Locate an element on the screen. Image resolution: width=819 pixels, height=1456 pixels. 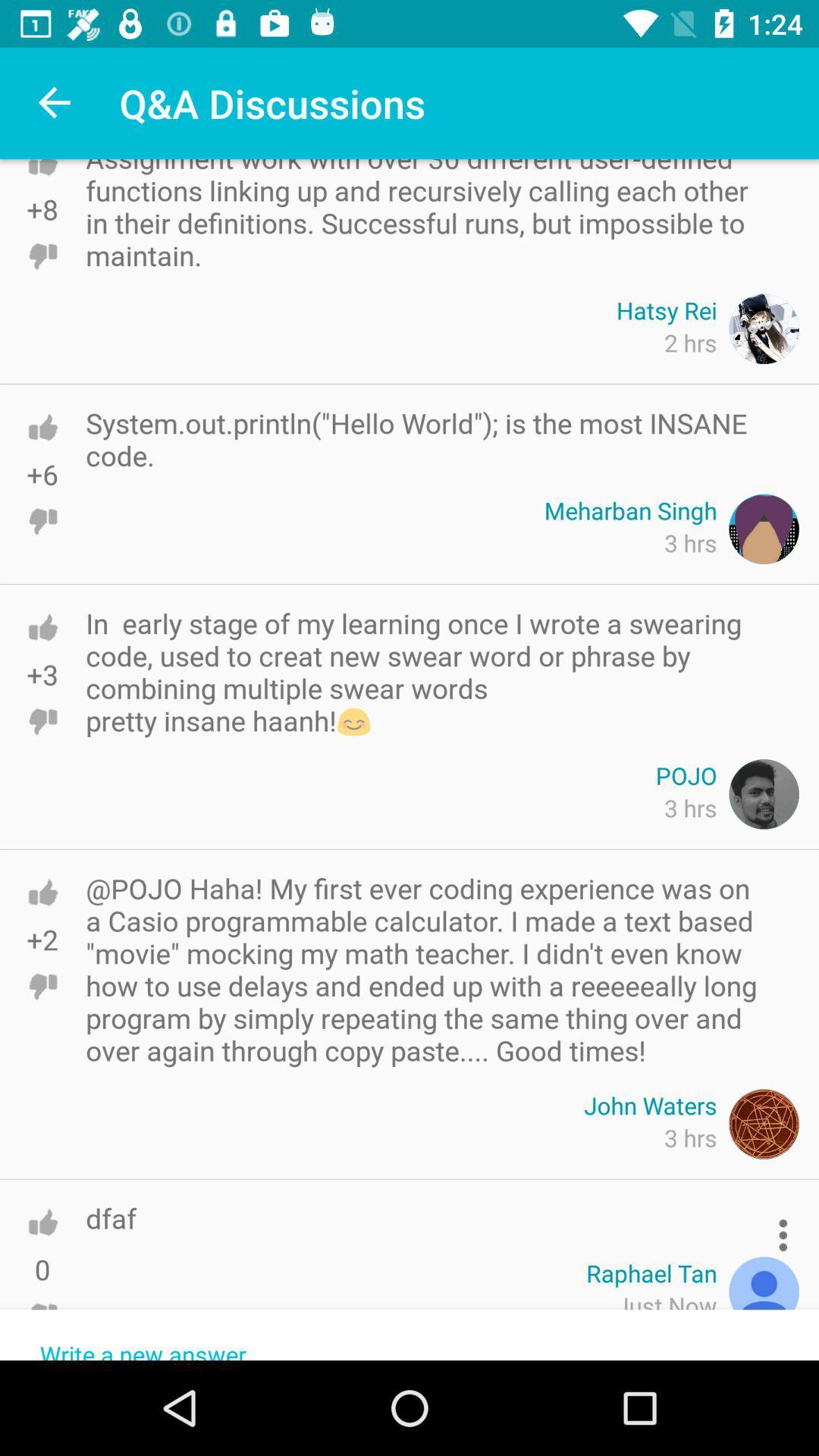
chat is located at coordinates (42, 426).